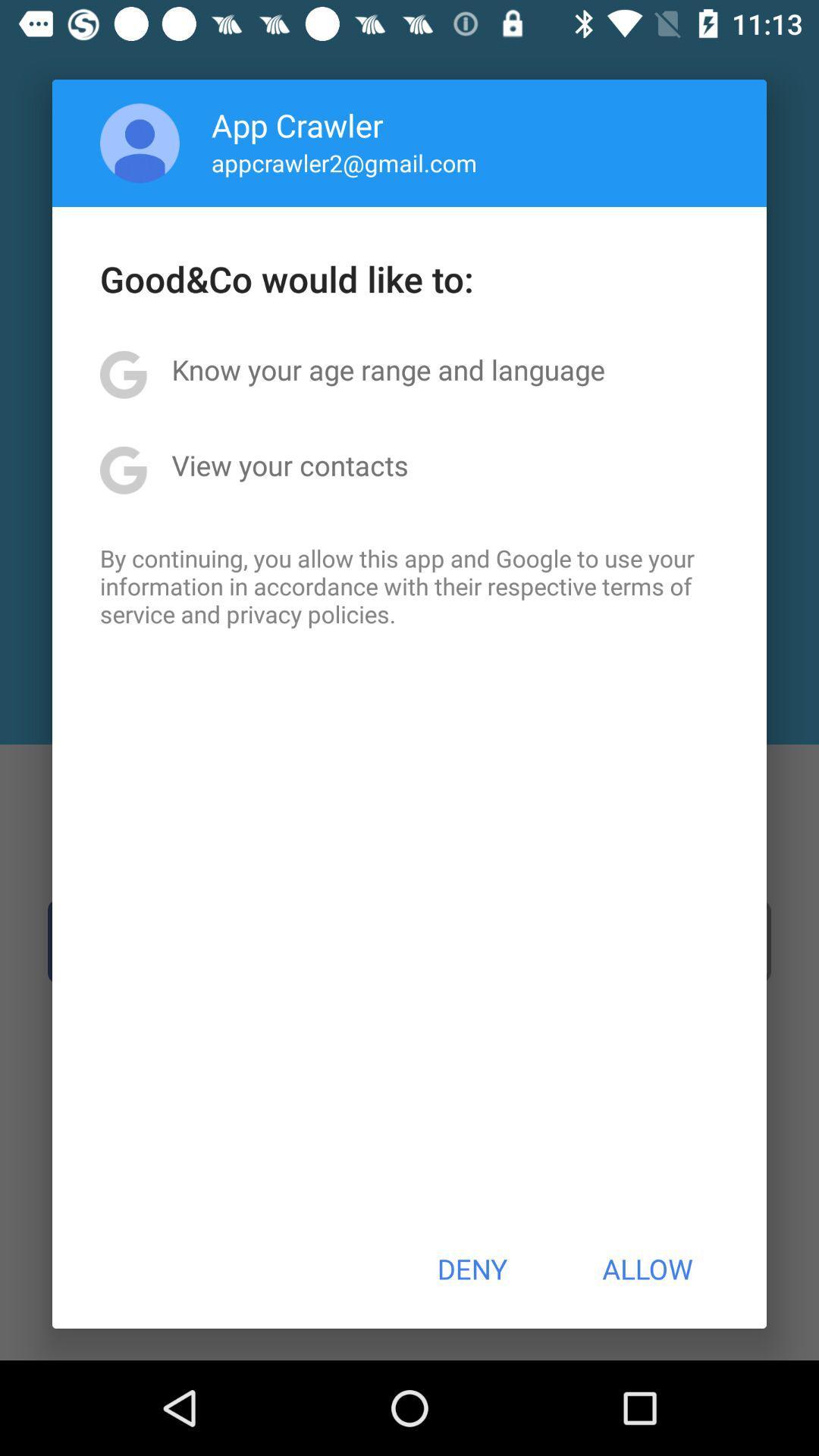 The height and width of the screenshot is (1456, 819). I want to click on the item at the bottom, so click(471, 1269).